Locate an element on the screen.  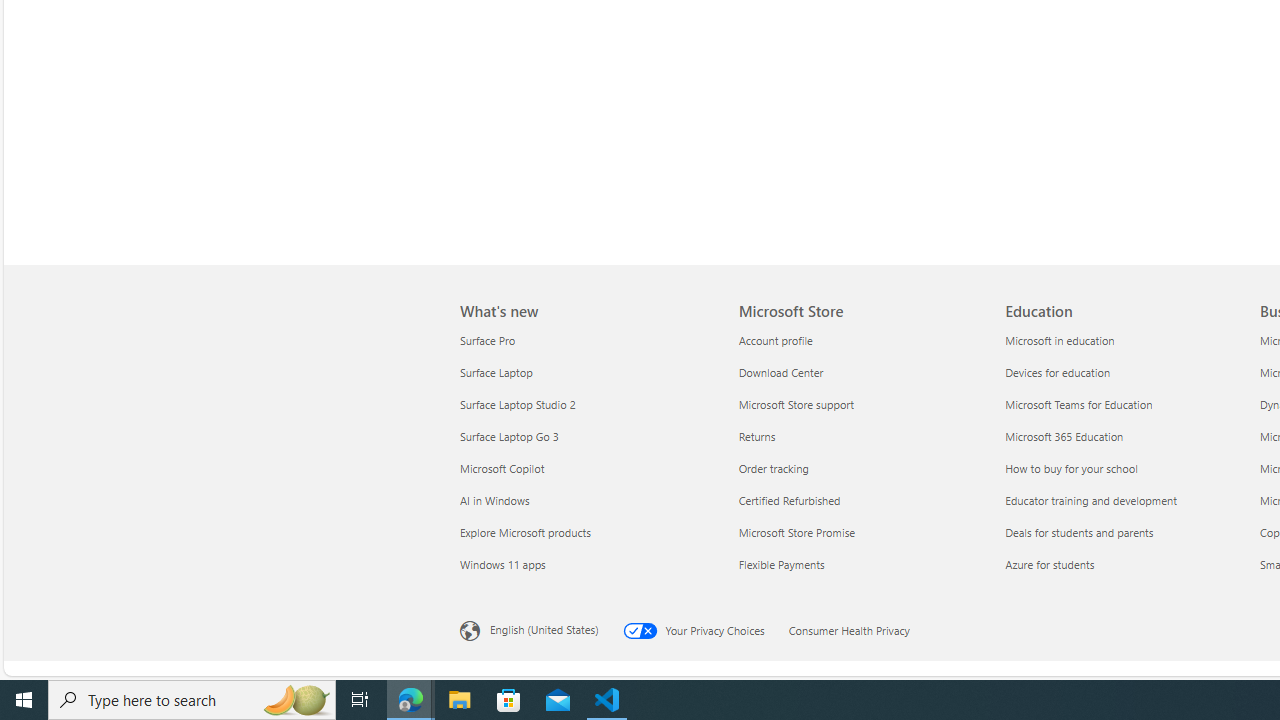
'Certified Refurbished' is located at coordinates (860, 499).